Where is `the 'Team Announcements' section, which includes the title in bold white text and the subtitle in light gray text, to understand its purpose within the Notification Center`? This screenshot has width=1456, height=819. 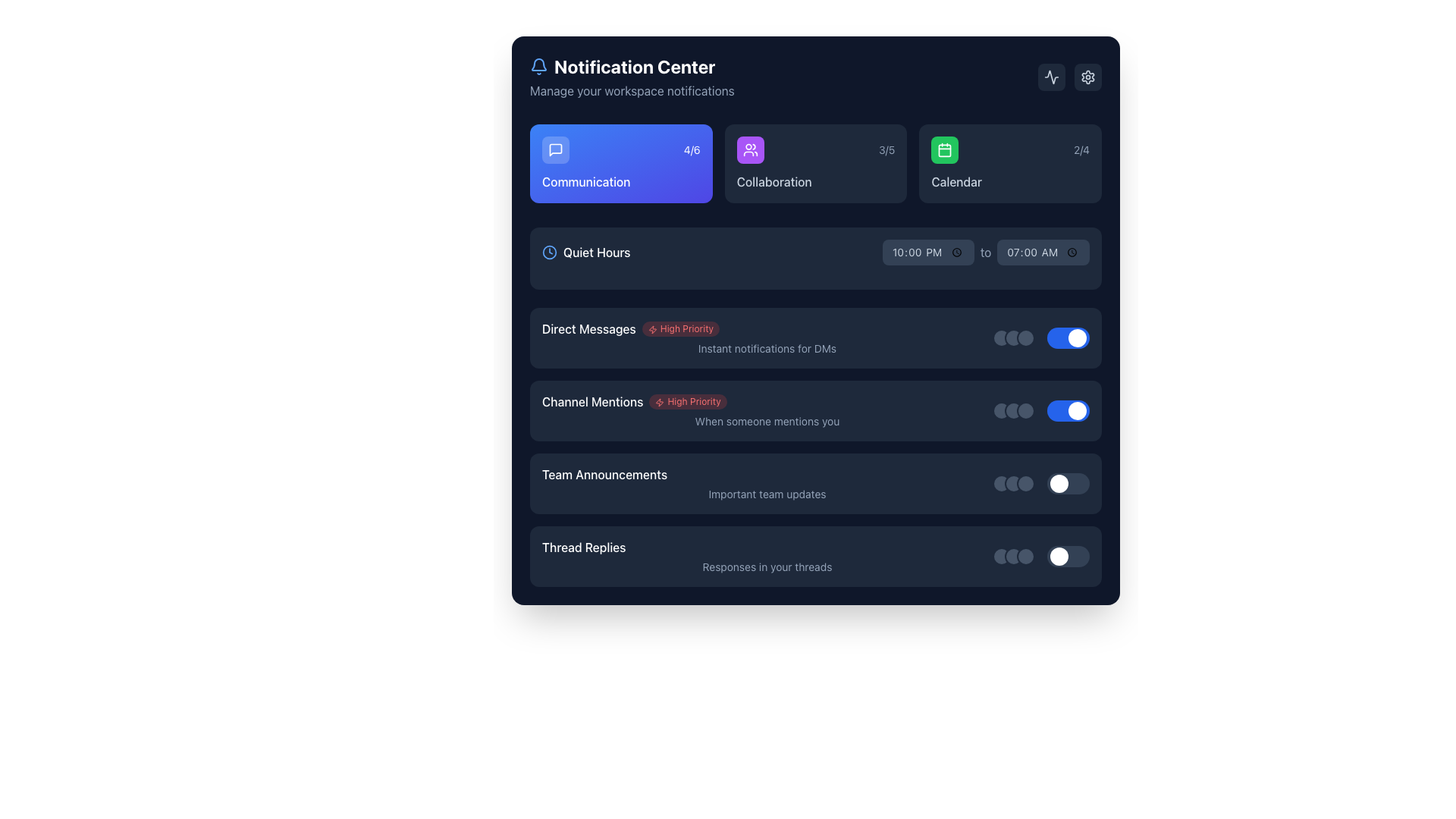
the 'Team Announcements' section, which includes the title in bold white text and the subtitle in light gray text, to understand its purpose within the Notification Center is located at coordinates (814, 483).